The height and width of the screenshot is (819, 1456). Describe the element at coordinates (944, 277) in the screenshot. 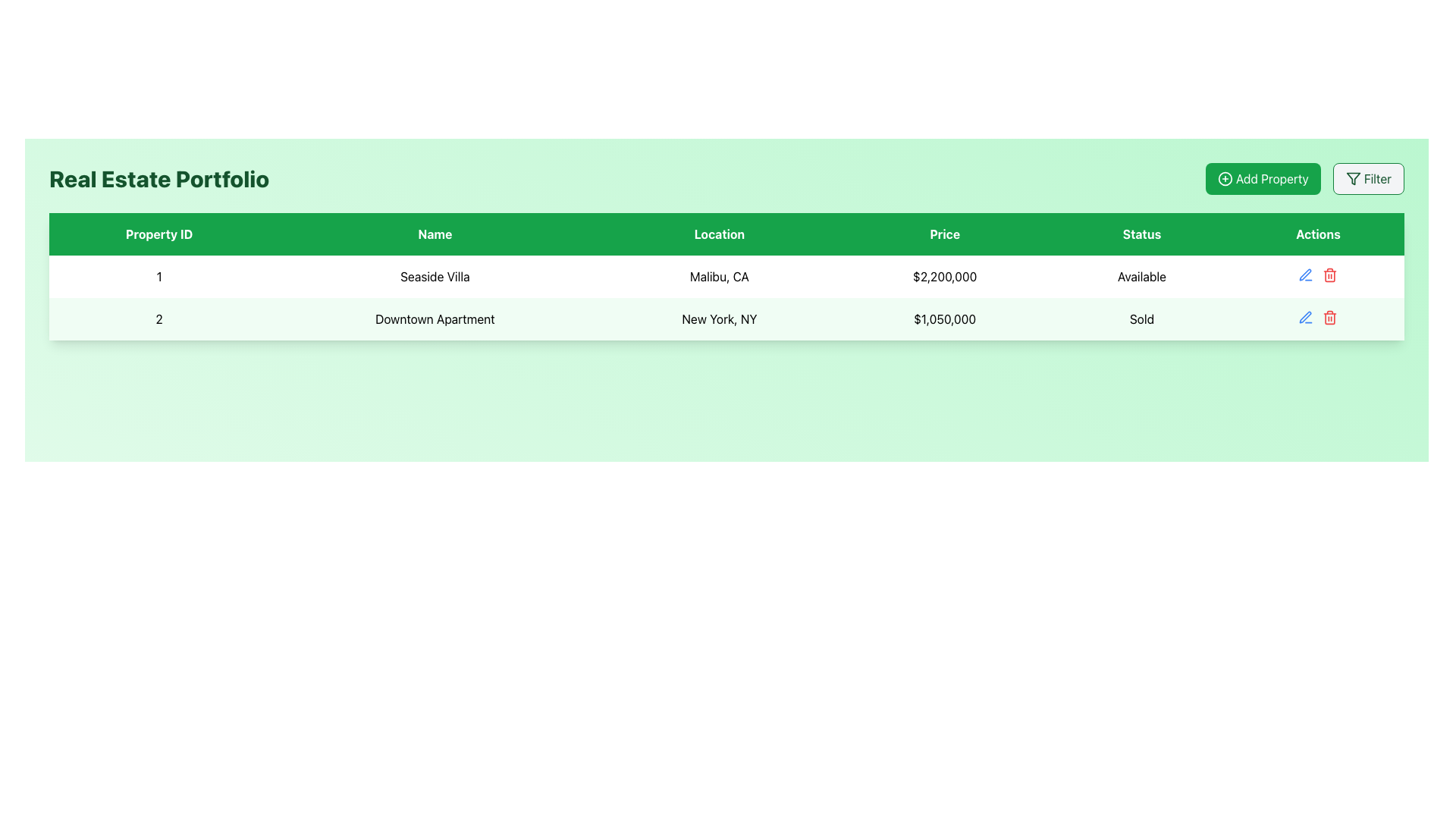

I see `the listing price text for the property 'Seaside Villa' in the real estate portfolio interface` at that location.